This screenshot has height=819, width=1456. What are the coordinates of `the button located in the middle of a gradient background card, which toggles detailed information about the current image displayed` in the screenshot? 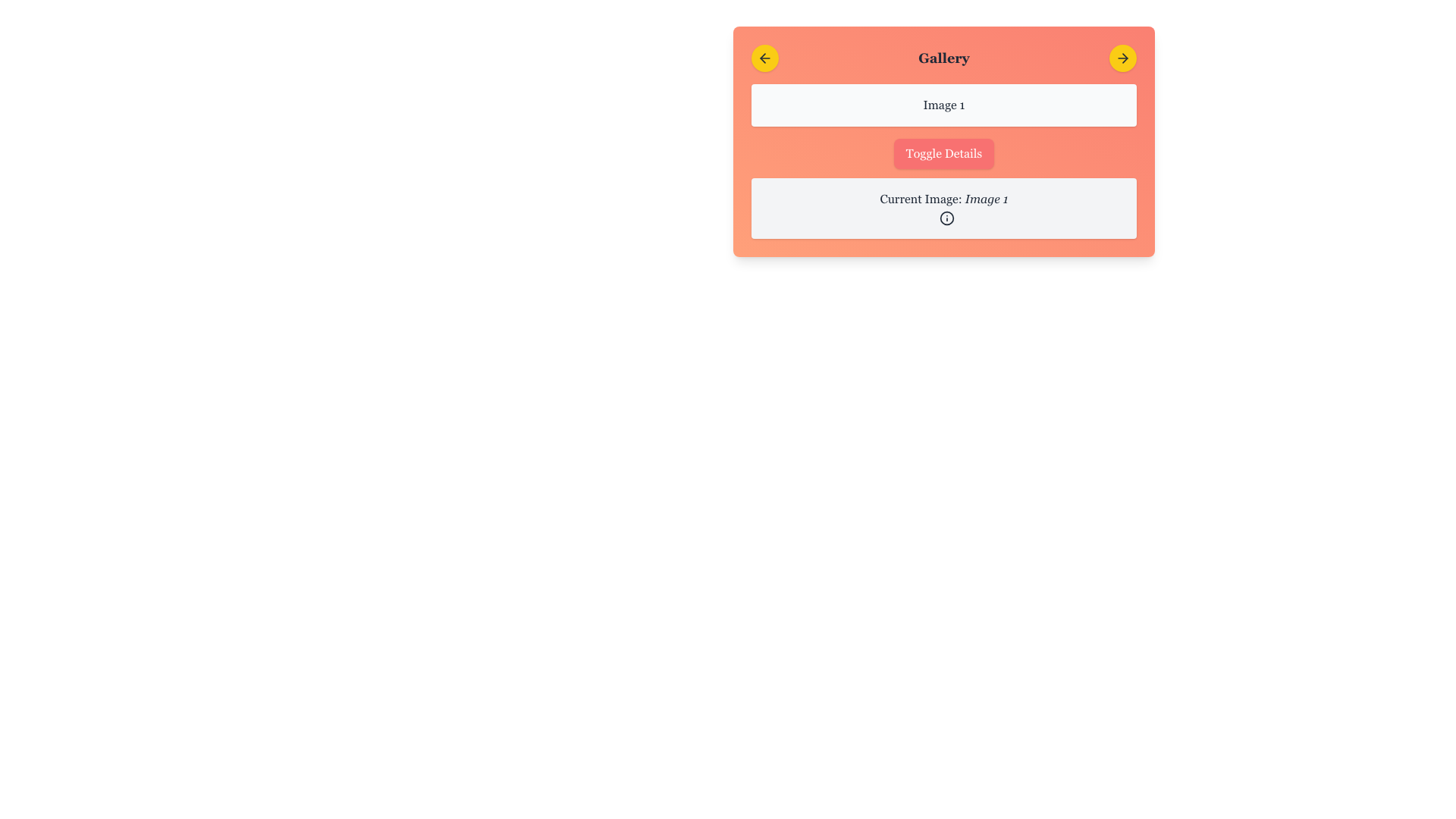 It's located at (943, 141).